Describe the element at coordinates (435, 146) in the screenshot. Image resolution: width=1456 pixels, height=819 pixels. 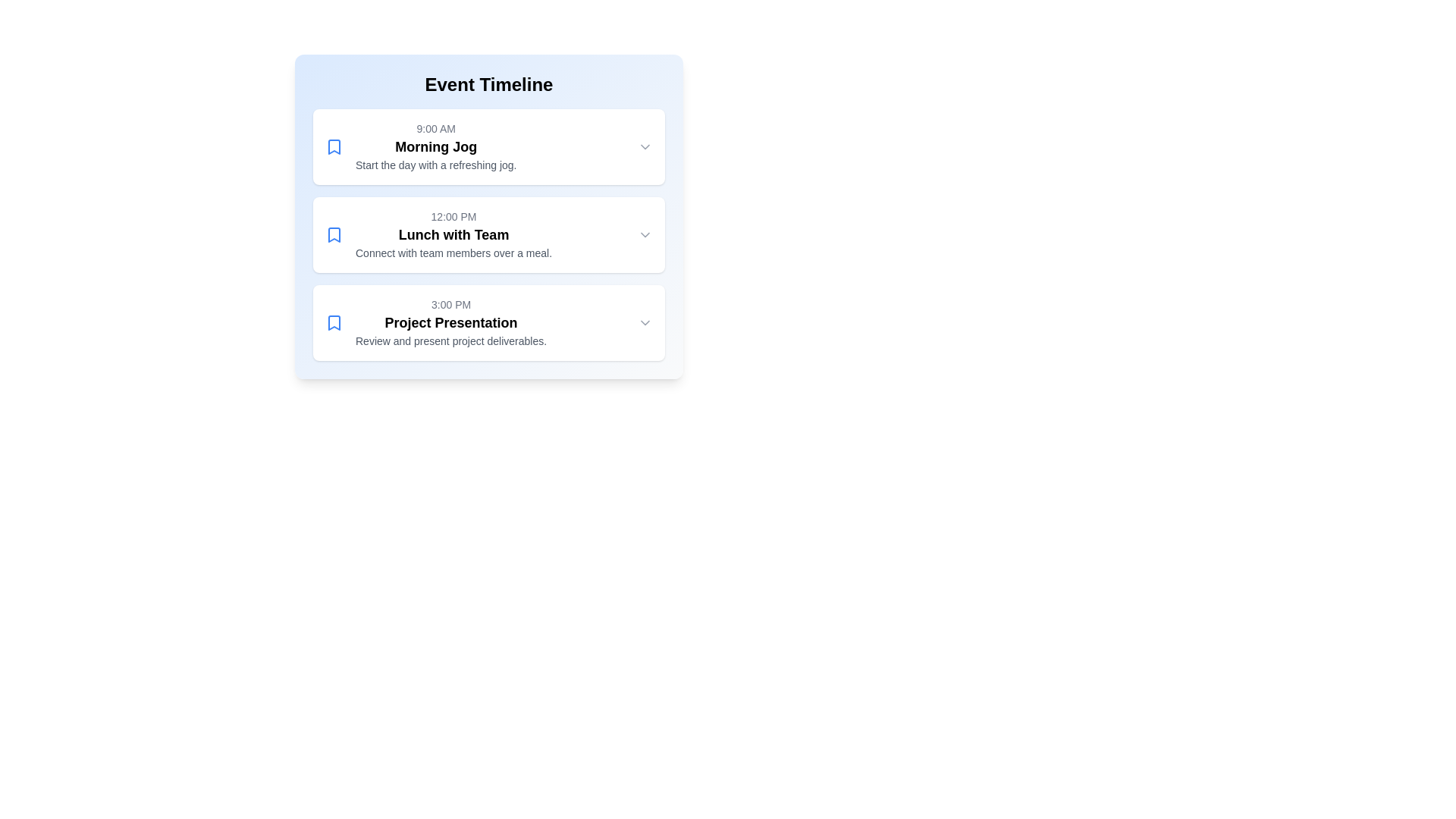
I see `the text block within the uppermost event card, which provides detailed information about the event including its time, title, and description` at that location.